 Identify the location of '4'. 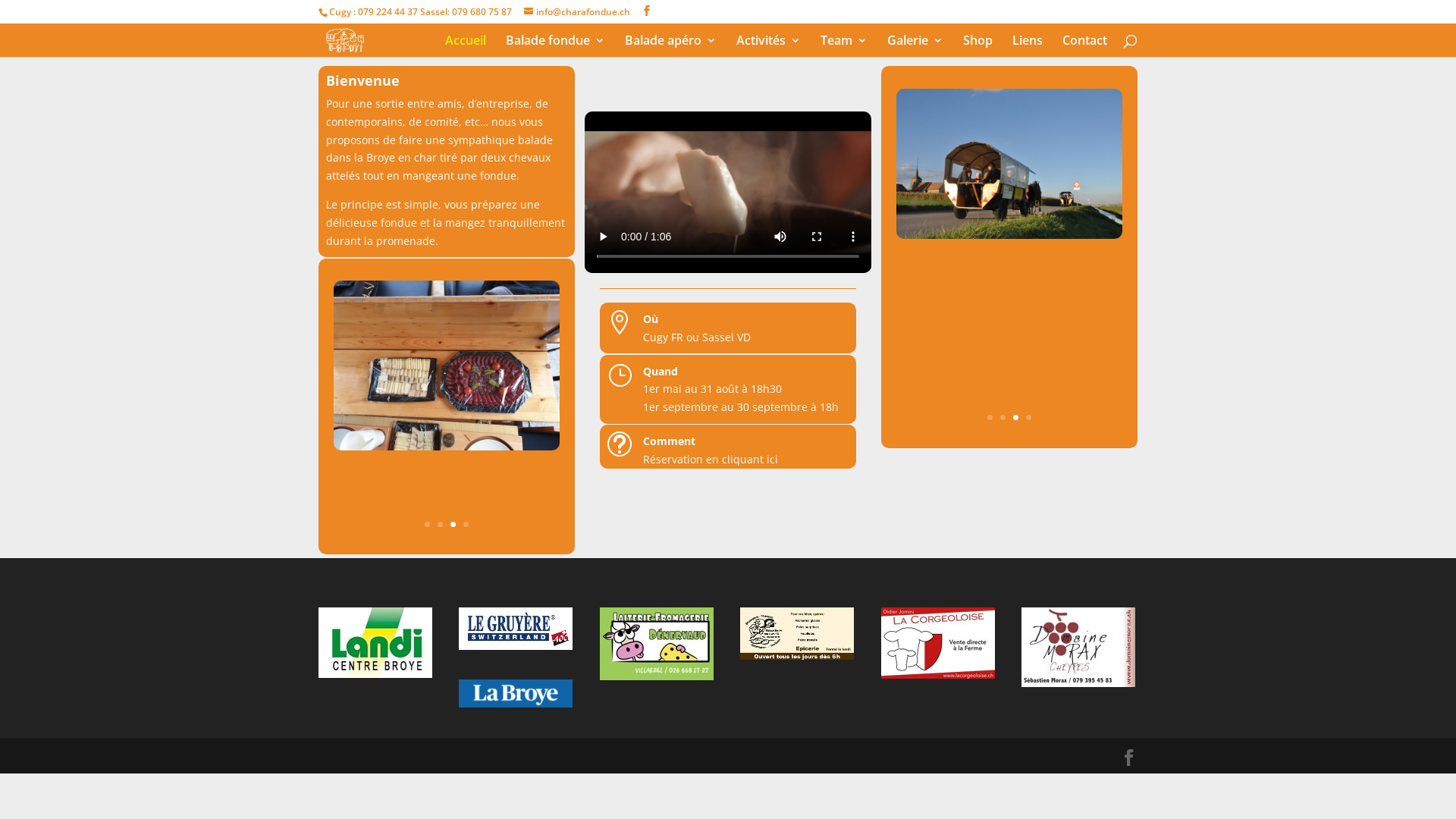
(465, 523).